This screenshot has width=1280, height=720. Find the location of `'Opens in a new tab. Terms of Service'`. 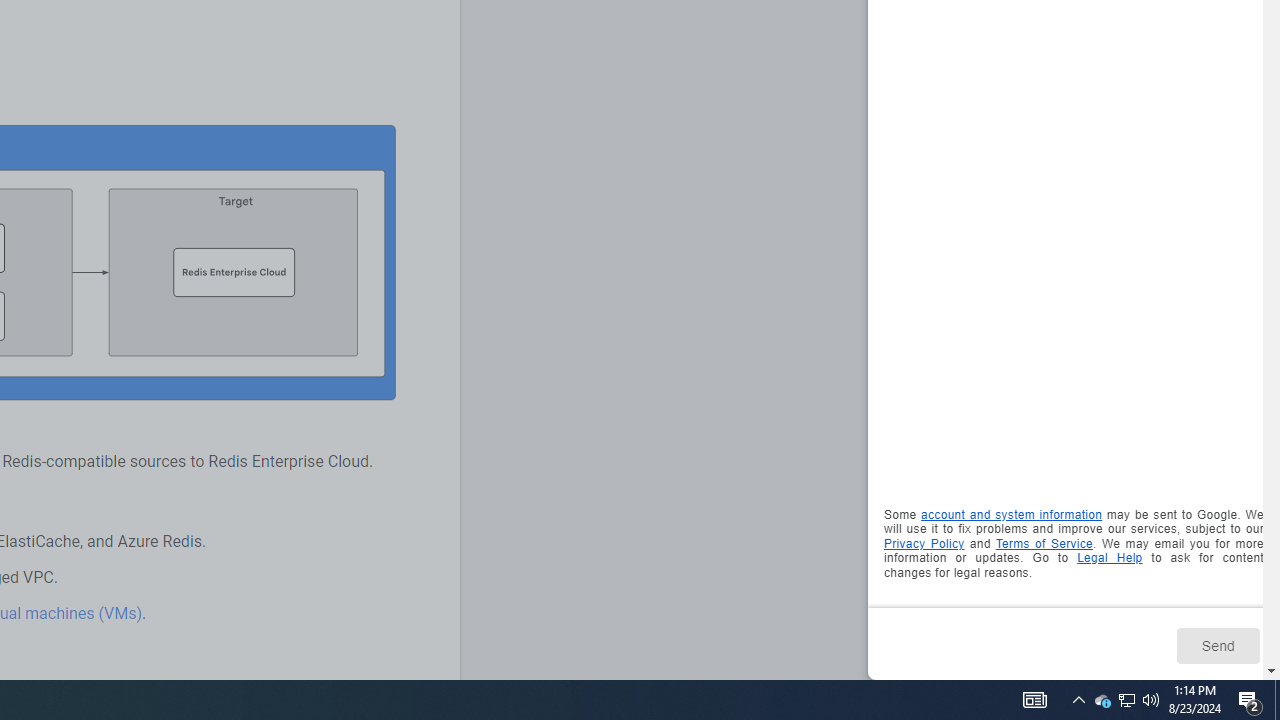

'Opens in a new tab. Terms of Service' is located at coordinates (1043, 543).